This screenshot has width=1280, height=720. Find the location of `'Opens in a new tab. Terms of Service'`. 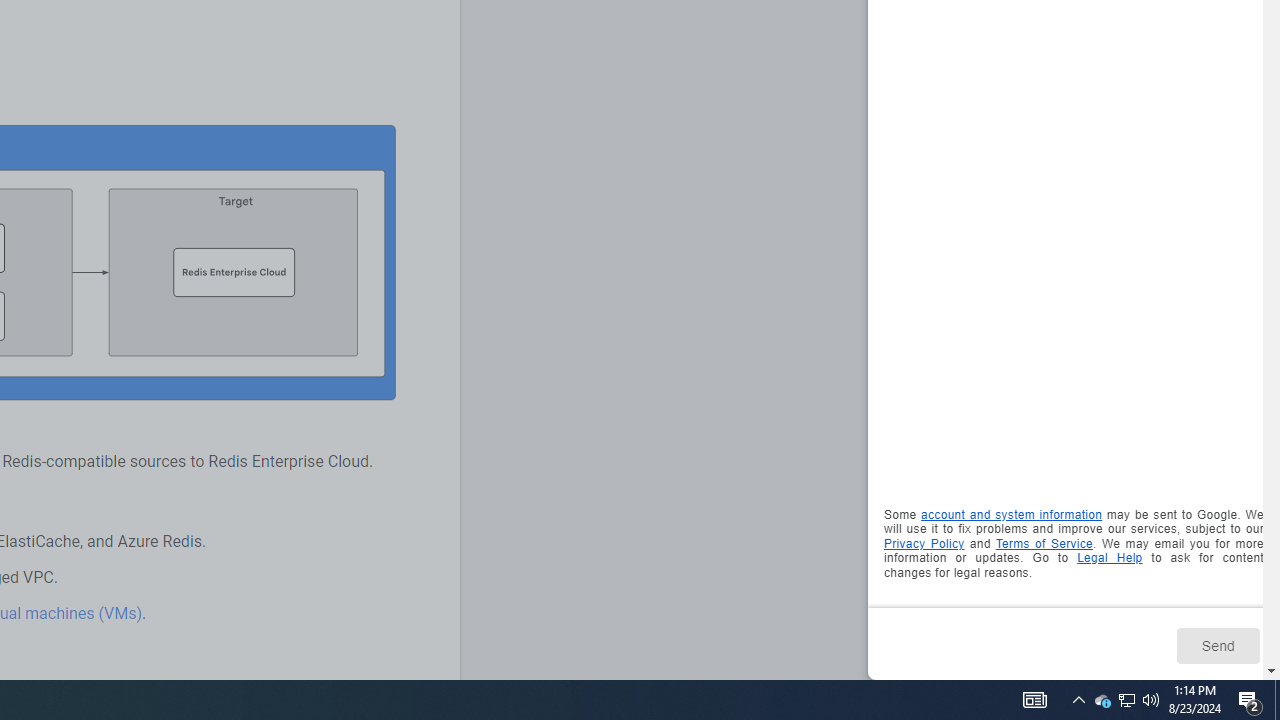

'Opens in a new tab. Terms of Service' is located at coordinates (1043, 543).